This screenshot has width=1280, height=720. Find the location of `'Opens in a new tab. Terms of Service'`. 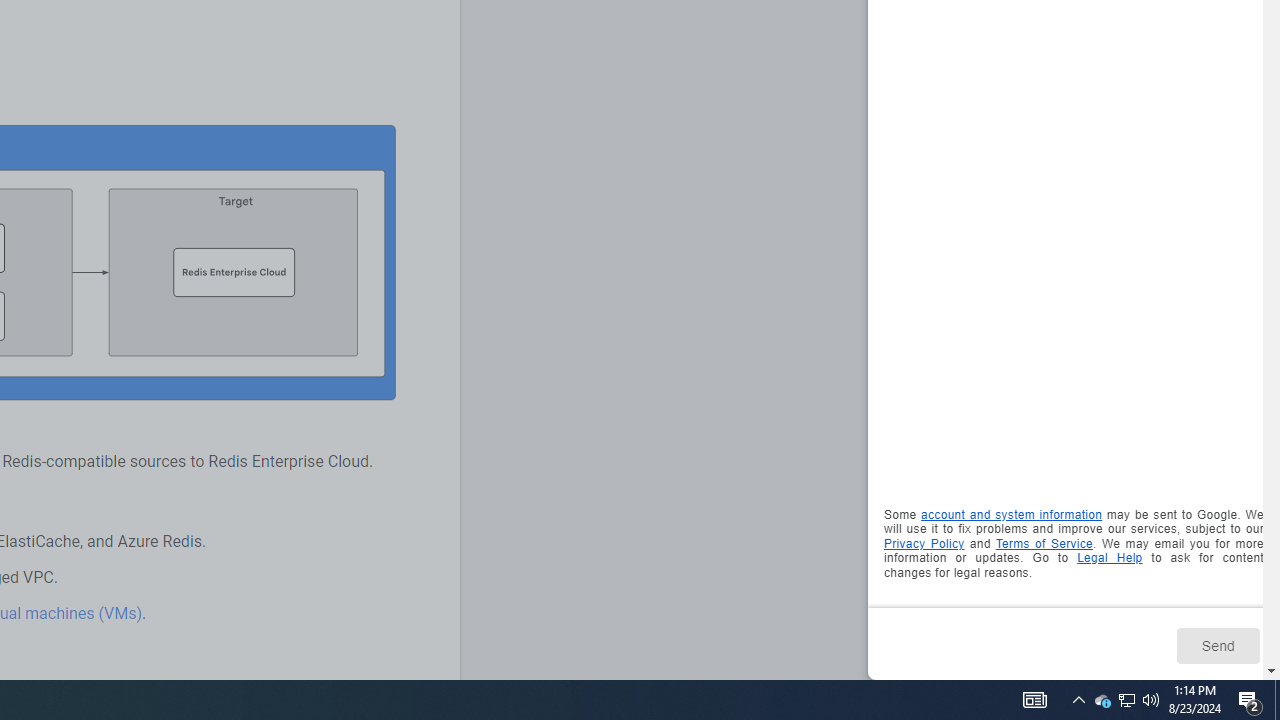

'Opens in a new tab. Terms of Service' is located at coordinates (1043, 543).